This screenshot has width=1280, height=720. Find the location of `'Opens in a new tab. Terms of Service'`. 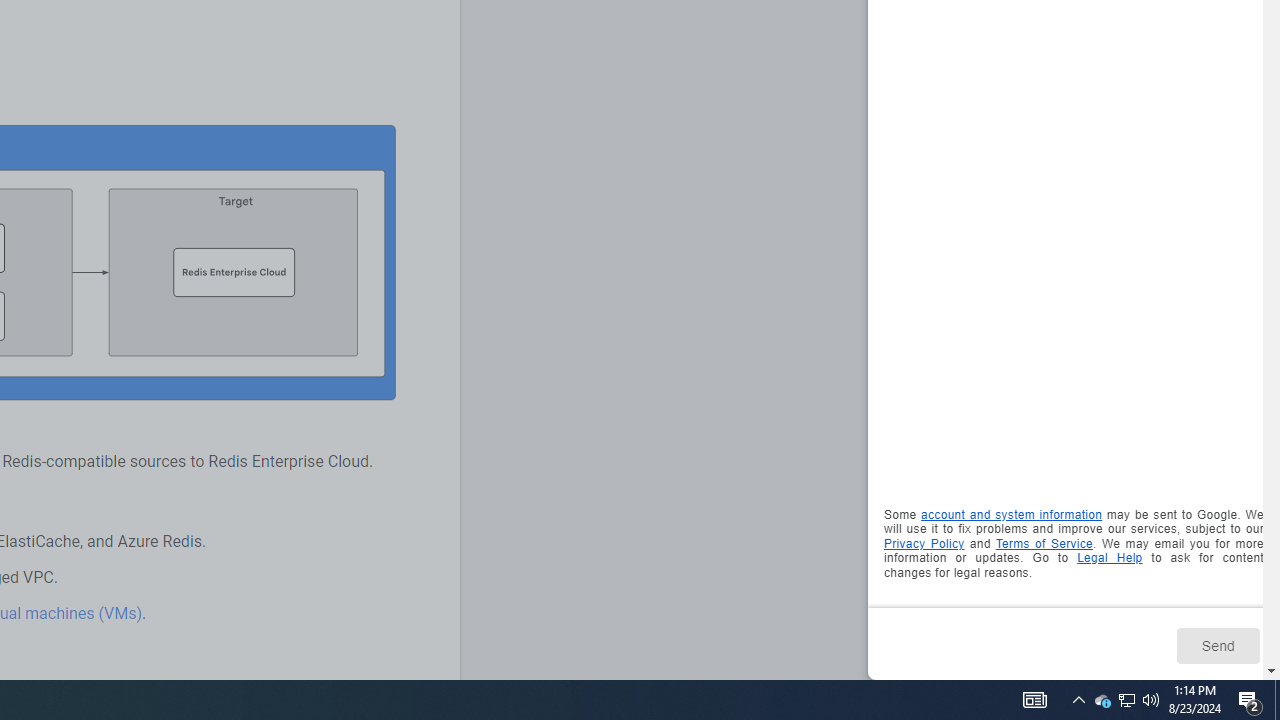

'Opens in a new tab. Terms of Service' is located at coordinates (1043, 543).